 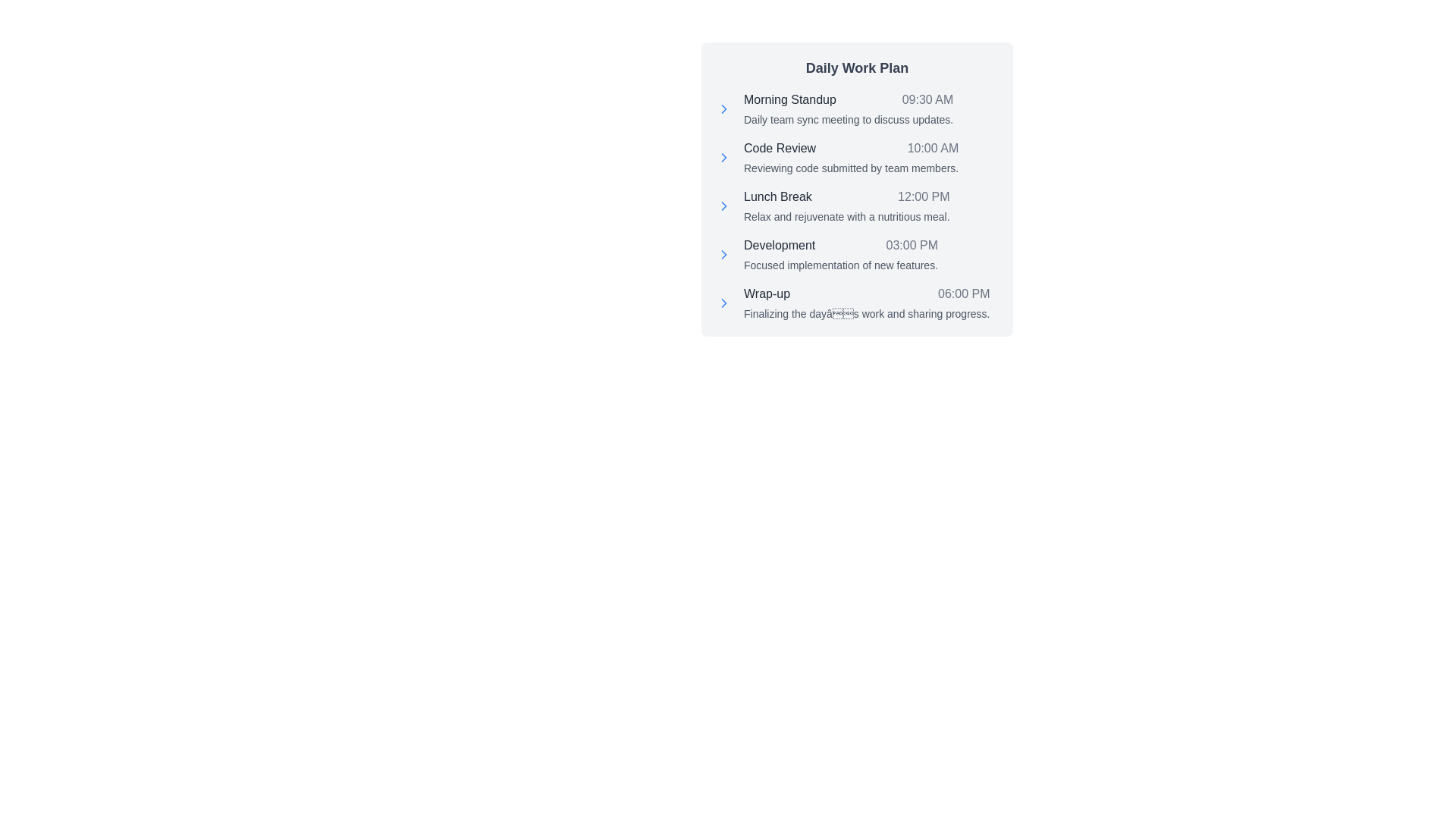 I want to click on text content of the list item titled 'Lunch Break' with the time '12:00 PM' and the description 'Relax and rejuvenate with a nutritious meal.', so click(x=846, y=206).